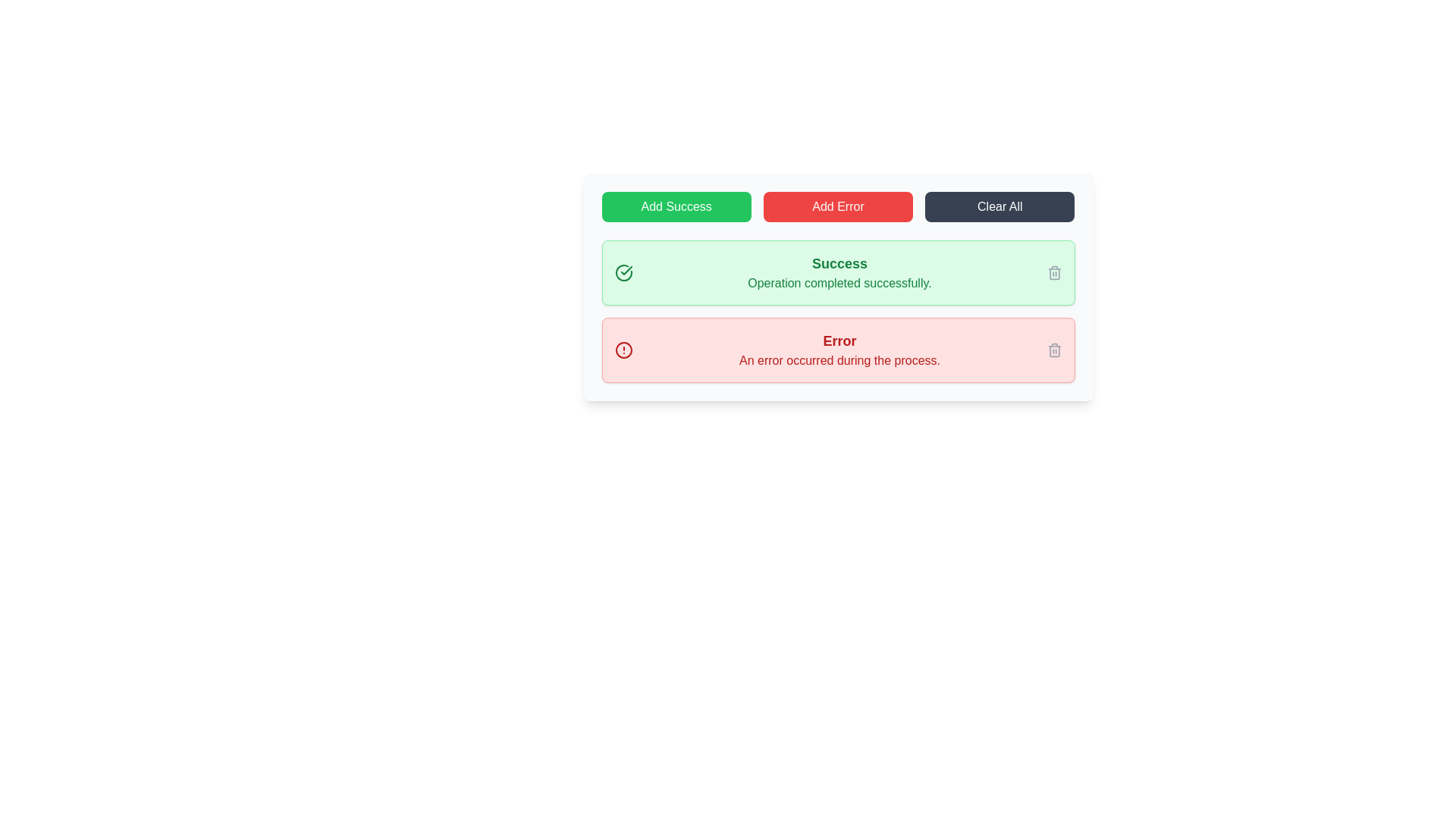 This screenshot has height=819, width=1456. What do you see at coordinates (999, 207) in the screenshot?
I see `the 'Clear All' button, which is the rightmost button in a group of three horizontally aligned buttons` at bounding box center [999, 207].